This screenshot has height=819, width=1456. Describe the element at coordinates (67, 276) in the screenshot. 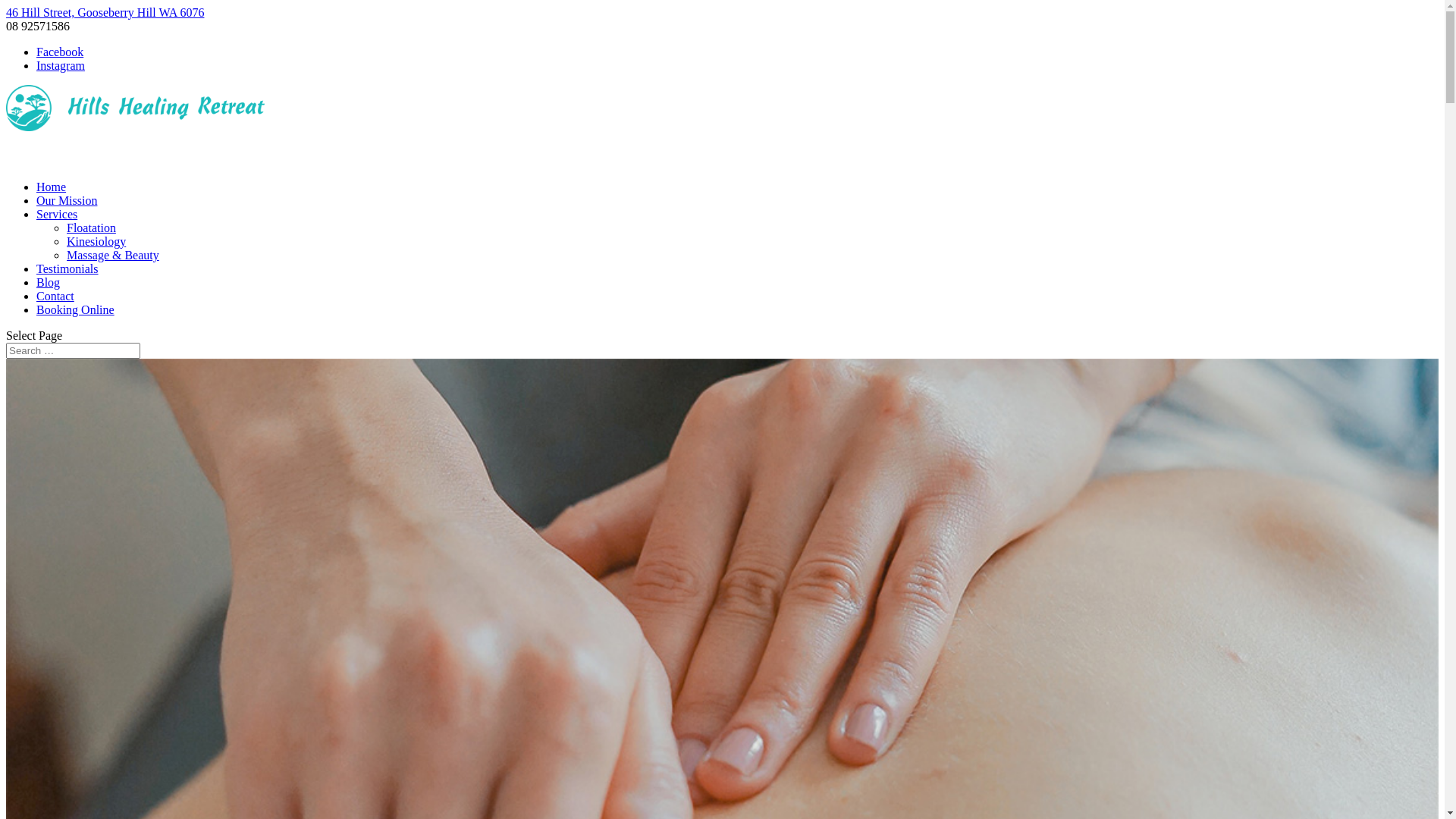

I see `'Testimonials'` at that location.